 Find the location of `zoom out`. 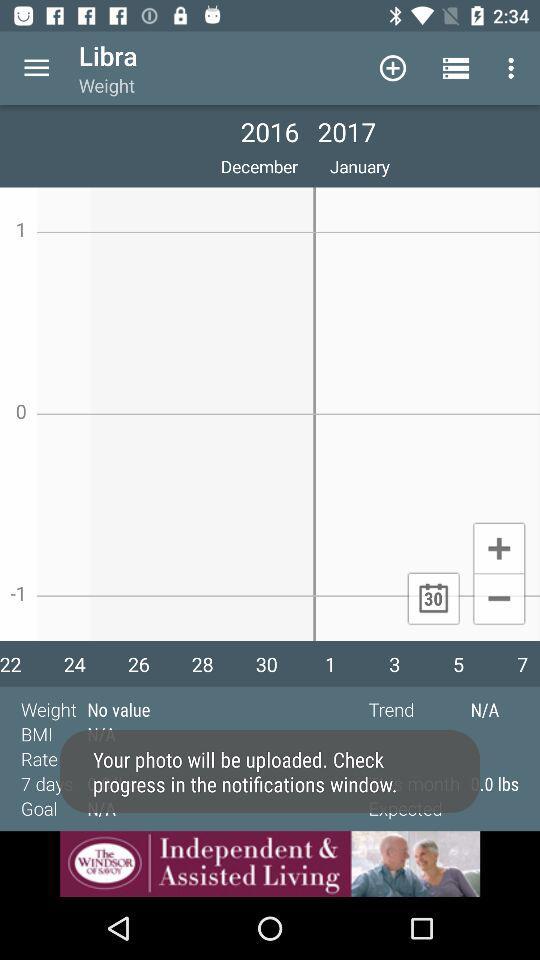

zoom out is located at coordinates (498, 600).